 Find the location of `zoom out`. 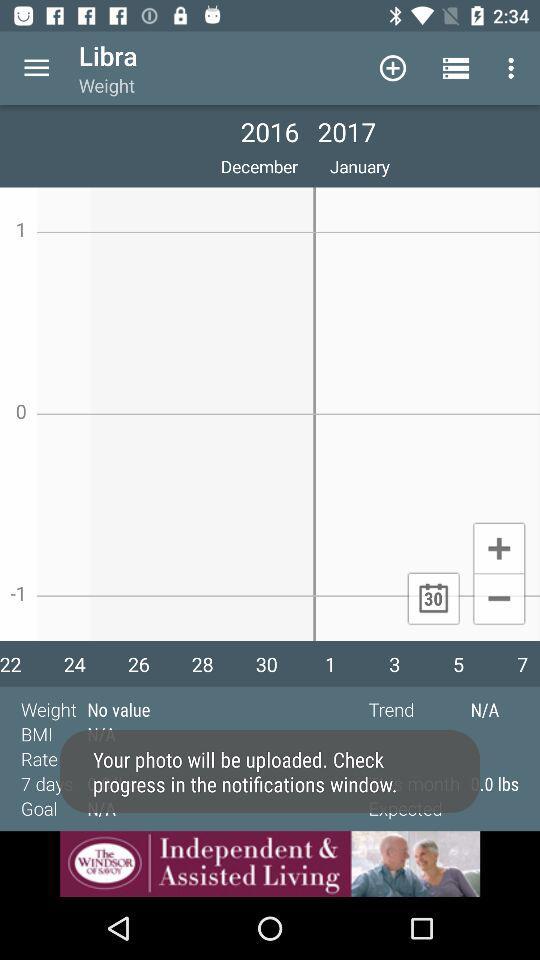

zoom out is located at coordinates (498, 600).